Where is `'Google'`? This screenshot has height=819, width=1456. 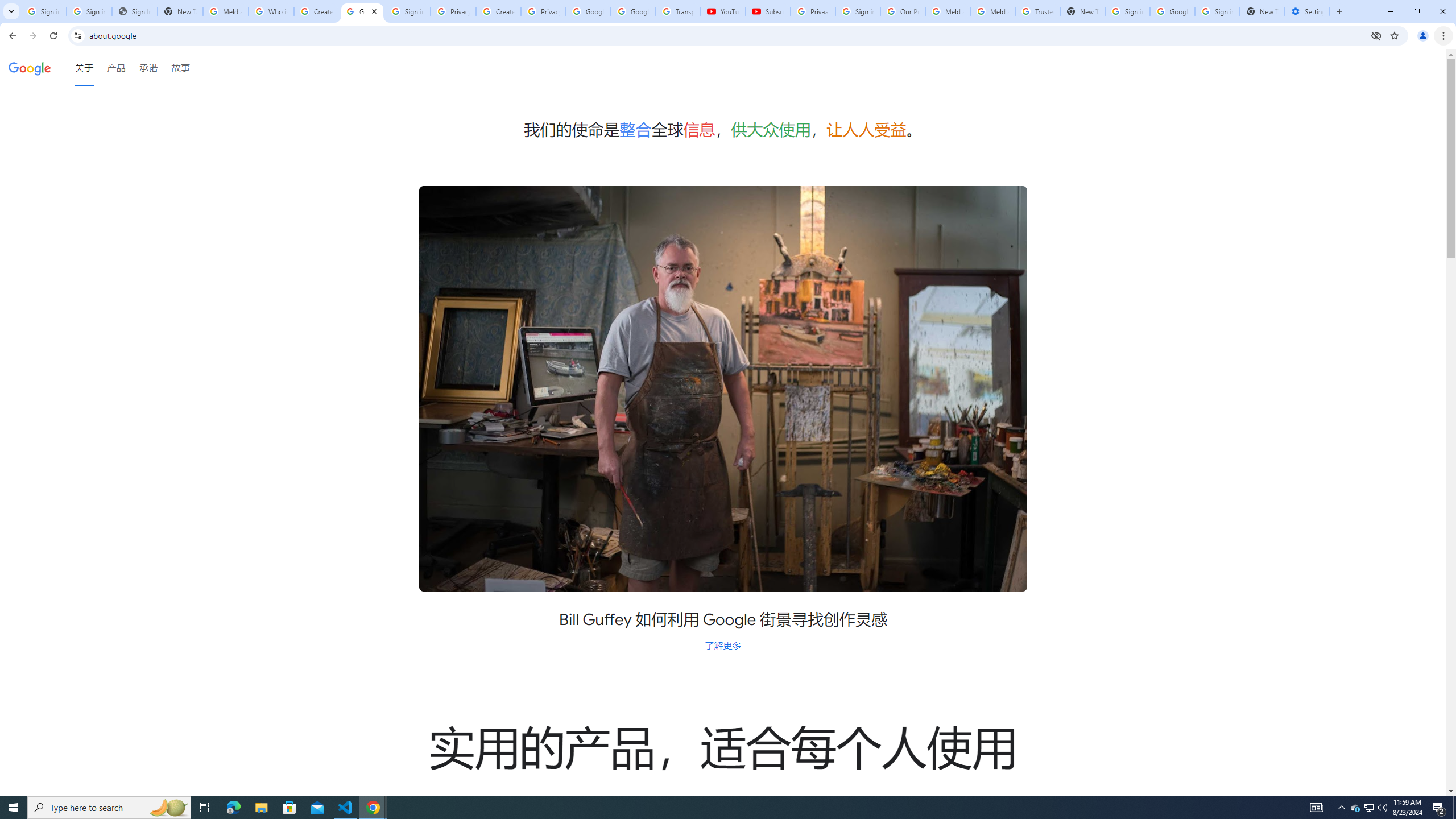 'Google' is located at coordinates (30, 67).